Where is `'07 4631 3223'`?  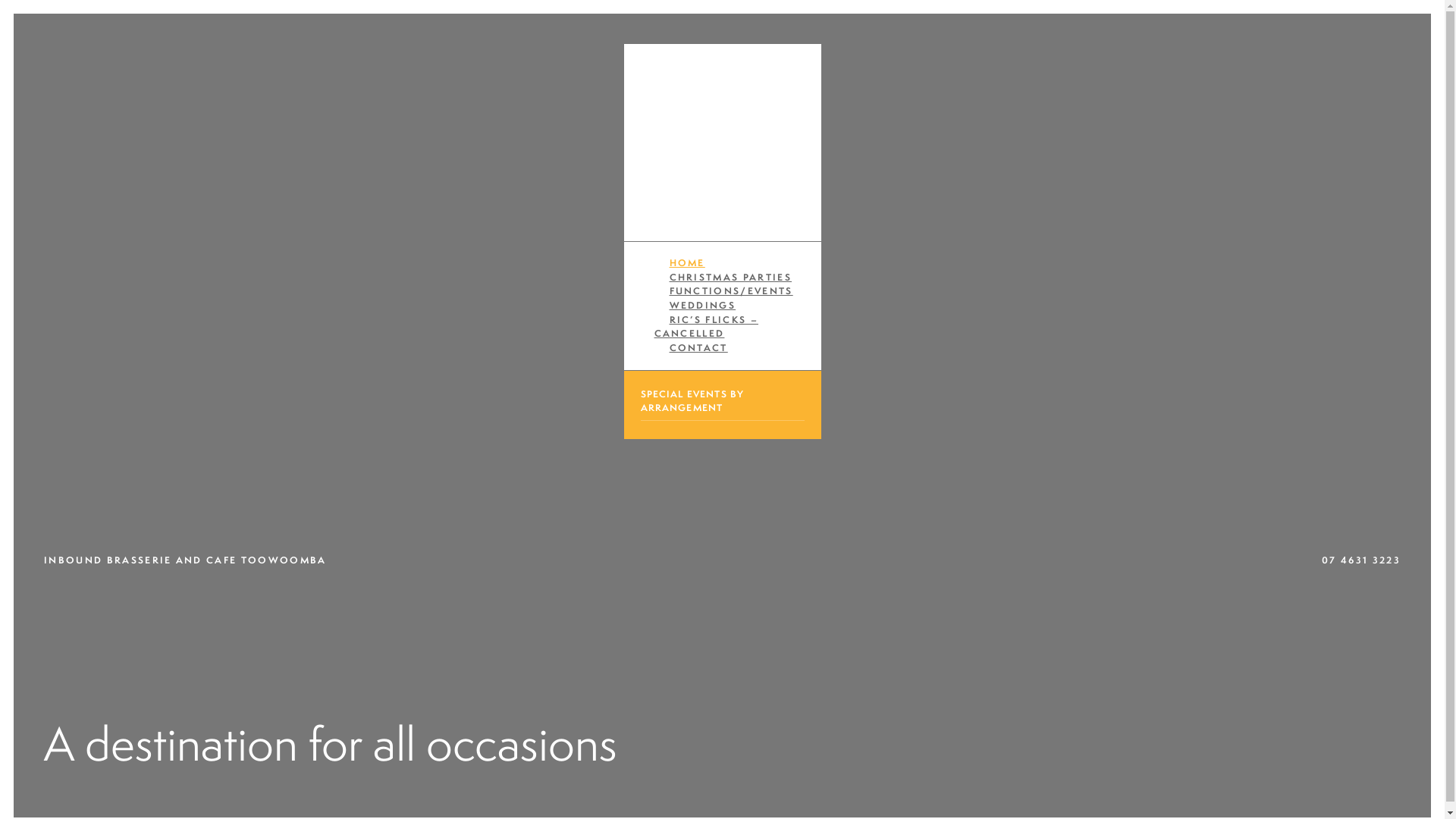 '07 4631 3223' is located at coordinates (1361, 560).